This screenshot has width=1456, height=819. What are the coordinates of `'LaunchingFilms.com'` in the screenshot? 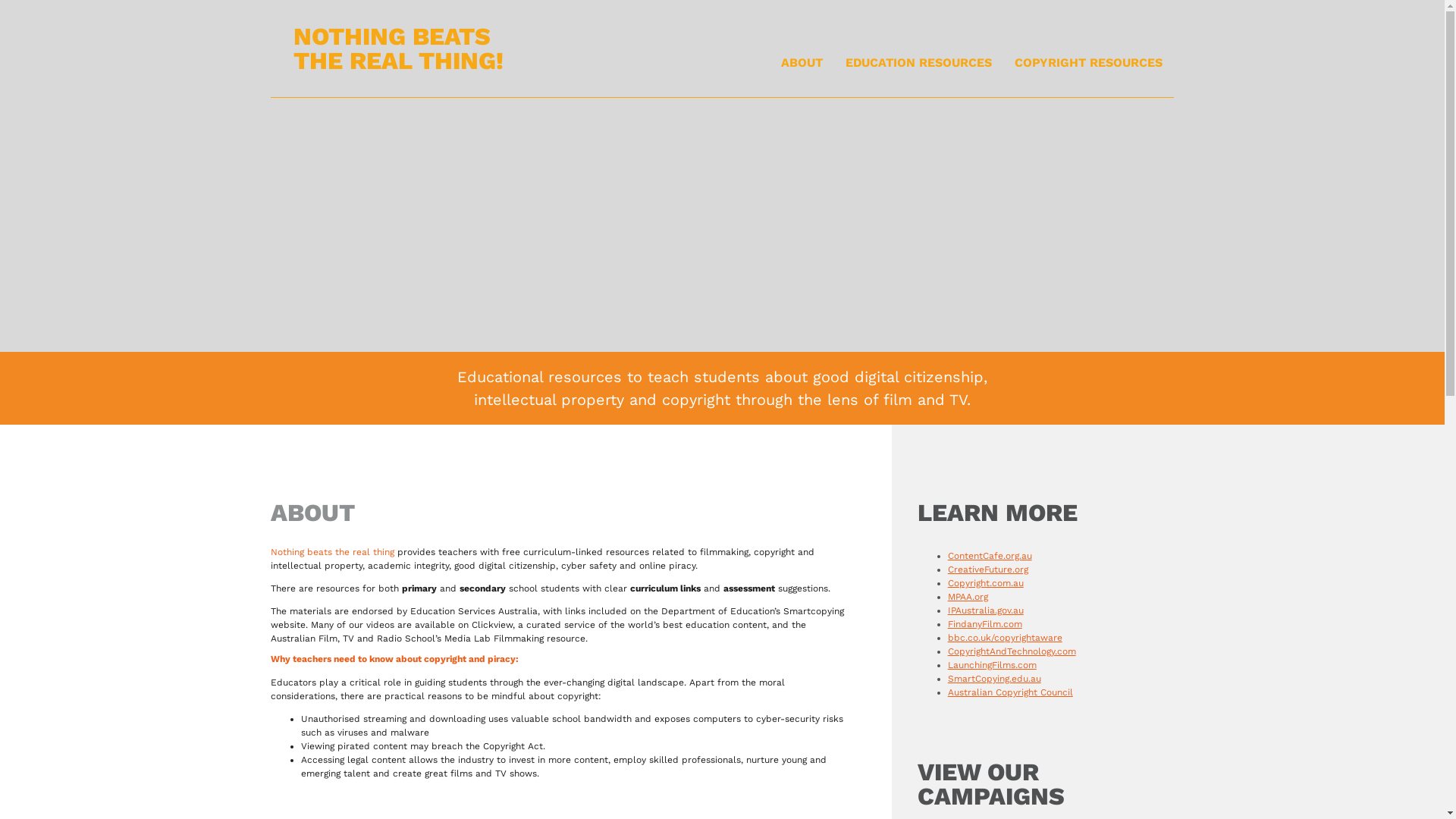 It's located at (992, 664).